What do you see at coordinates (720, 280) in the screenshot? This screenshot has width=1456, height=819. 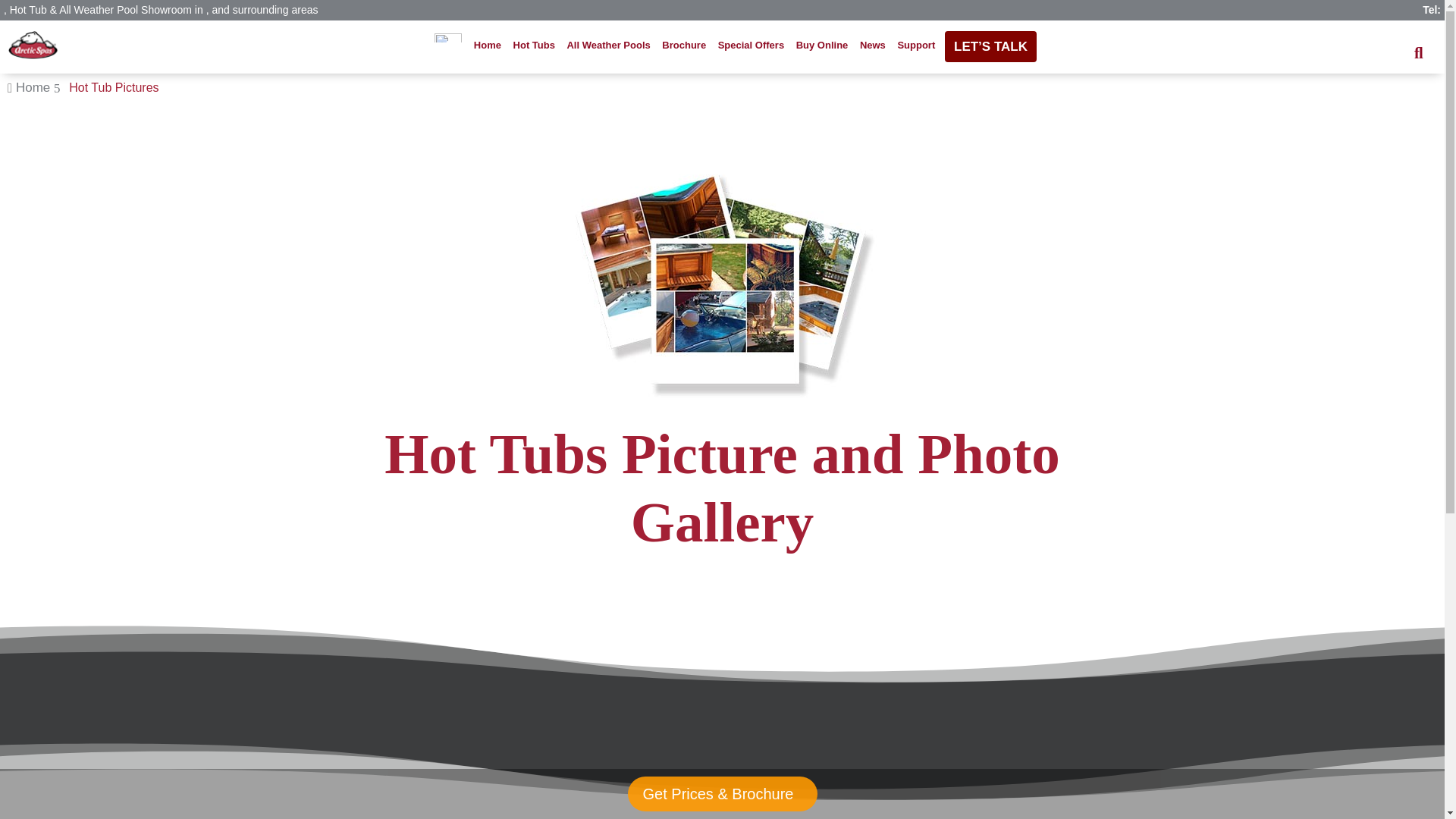 I see `'gallery hot tubs'` at bounding box center [720, 280].